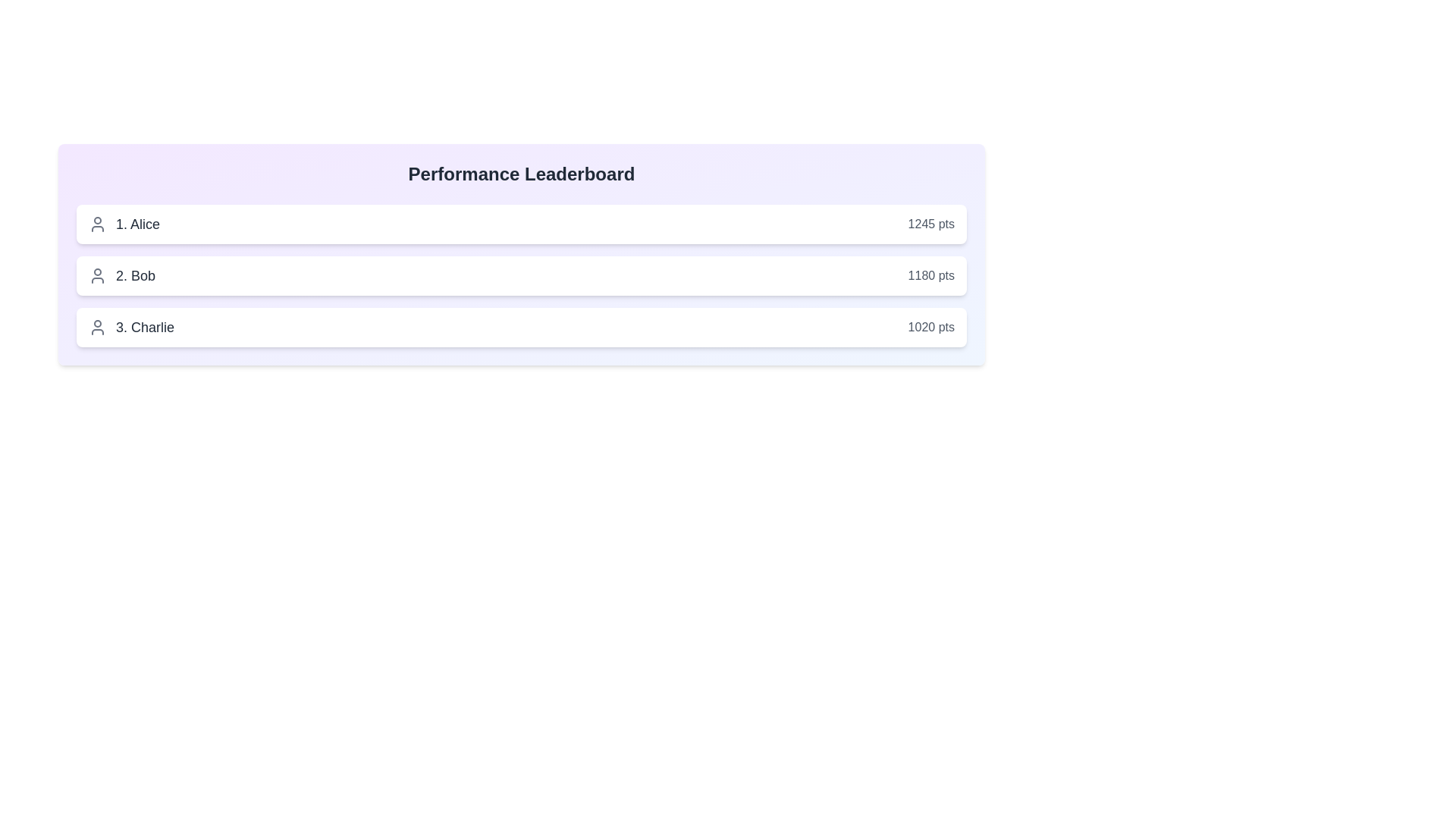 Image resolution: width=1456 pixels, height=819 pixels. Describe the element at coordinates (521, 327) in the screenshot. I see `the user entry corresponding to Charlie` at that location.